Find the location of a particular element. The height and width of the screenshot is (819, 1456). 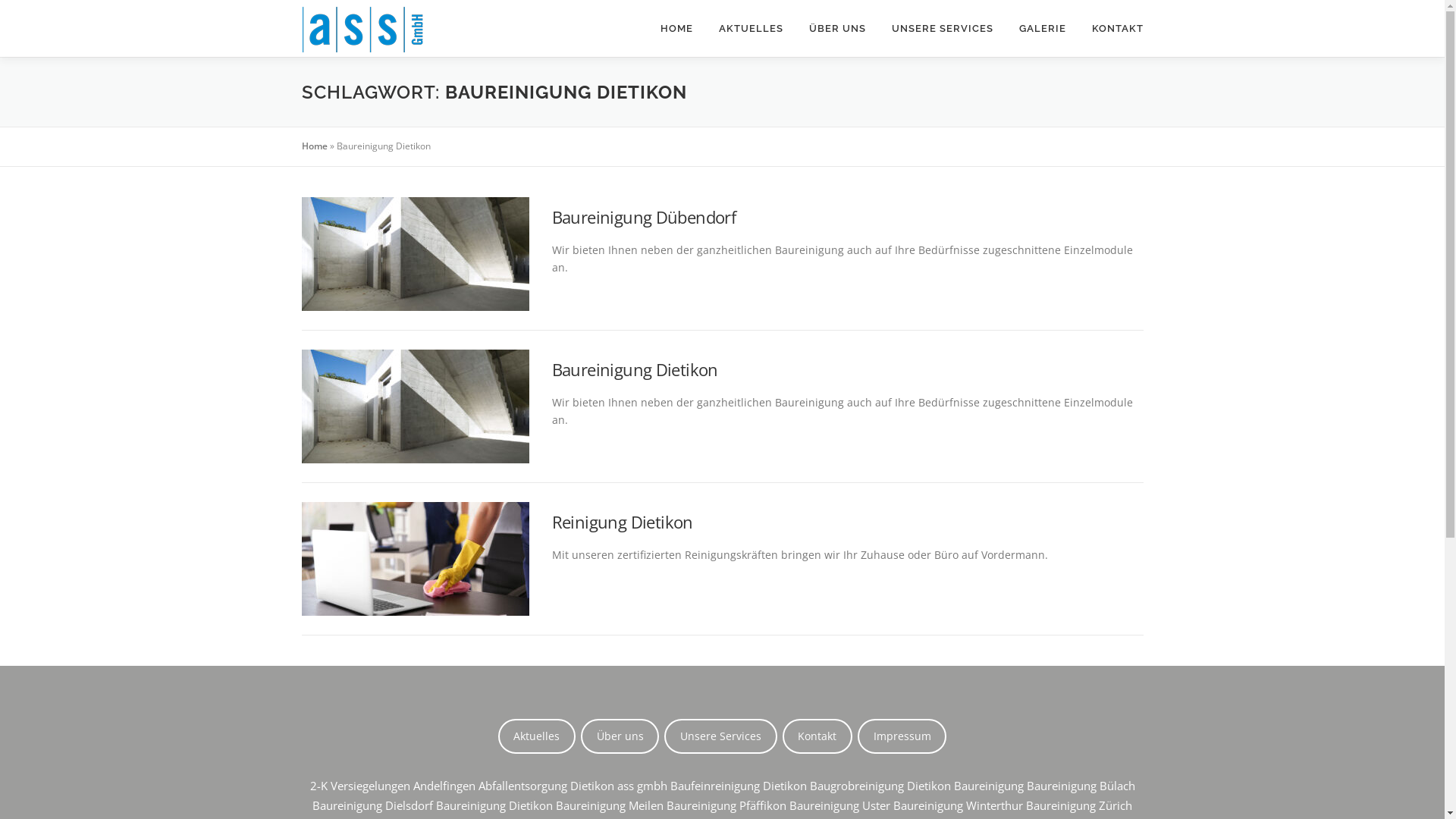

'Home' is located at coordinates (302, 146).